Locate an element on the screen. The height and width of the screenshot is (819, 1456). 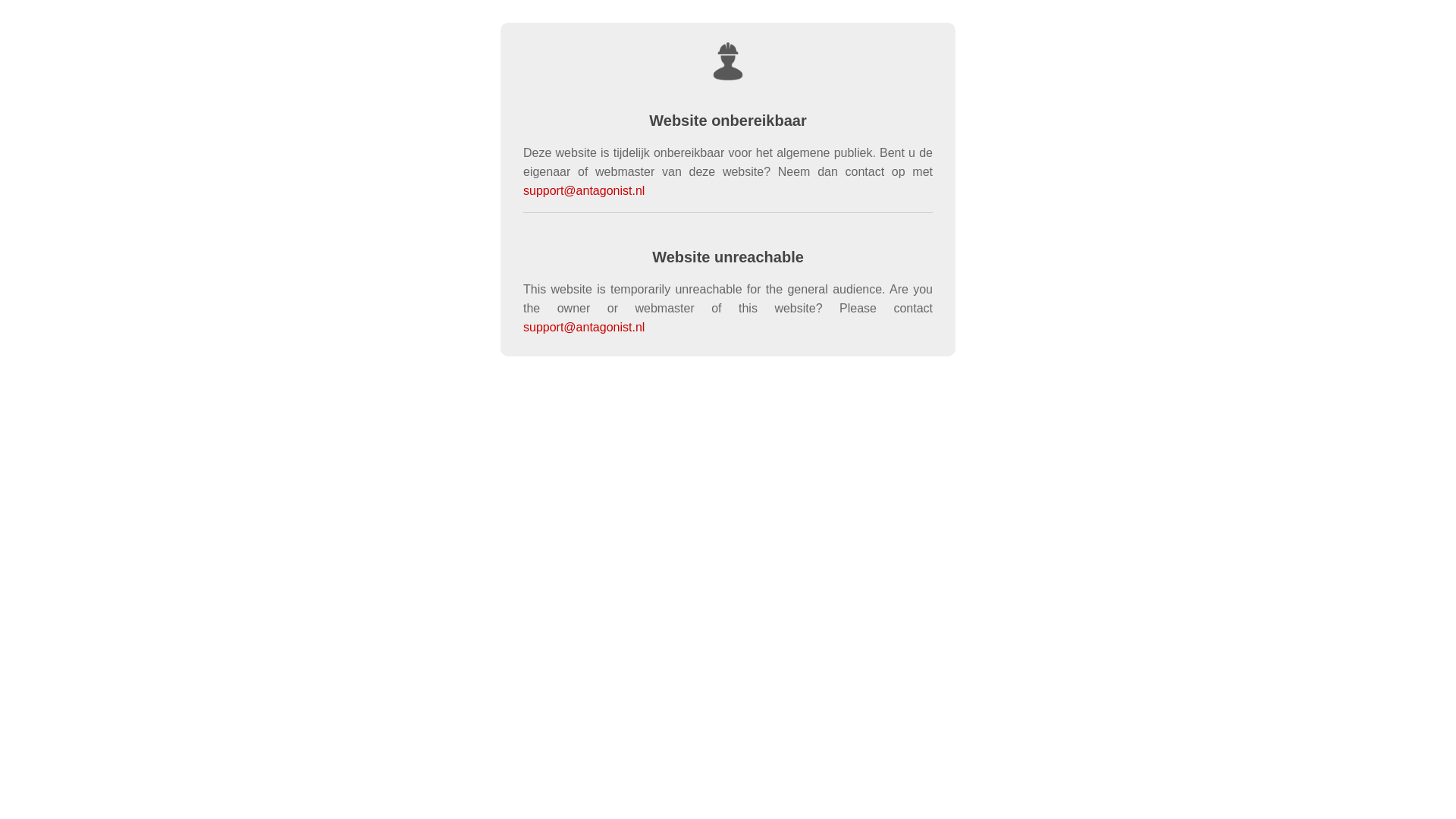
'support@antagonist.nl' is located at coordinates (582, 190).